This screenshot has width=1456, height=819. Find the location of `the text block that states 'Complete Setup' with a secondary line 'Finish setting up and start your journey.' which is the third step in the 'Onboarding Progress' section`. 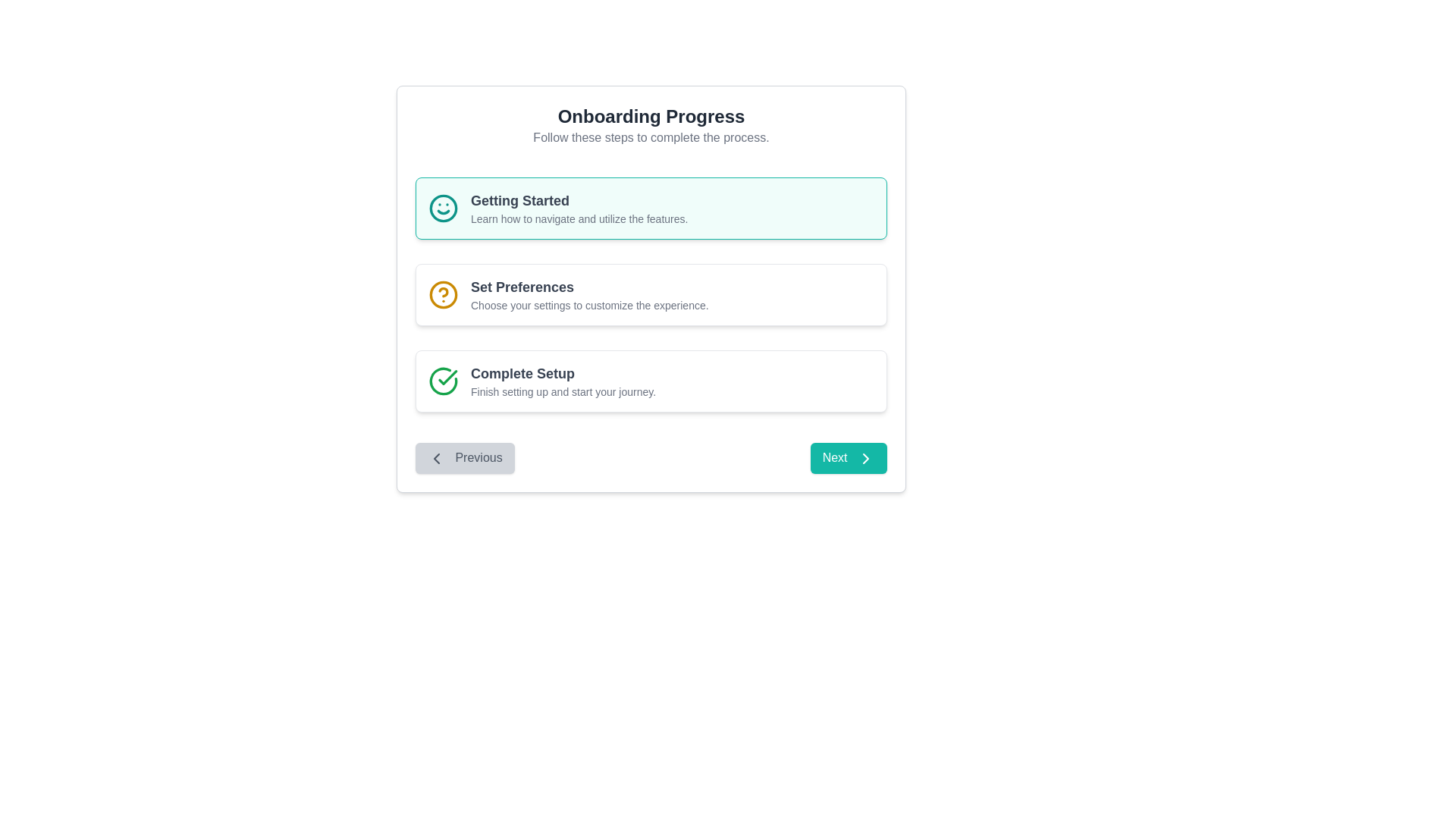

the text block that states 'Complete Setup' with a secondary line 'Finish setting up and start your journey.' which is the third step in the 'Onboarding Progress' section is located at coordinates (563, 380).